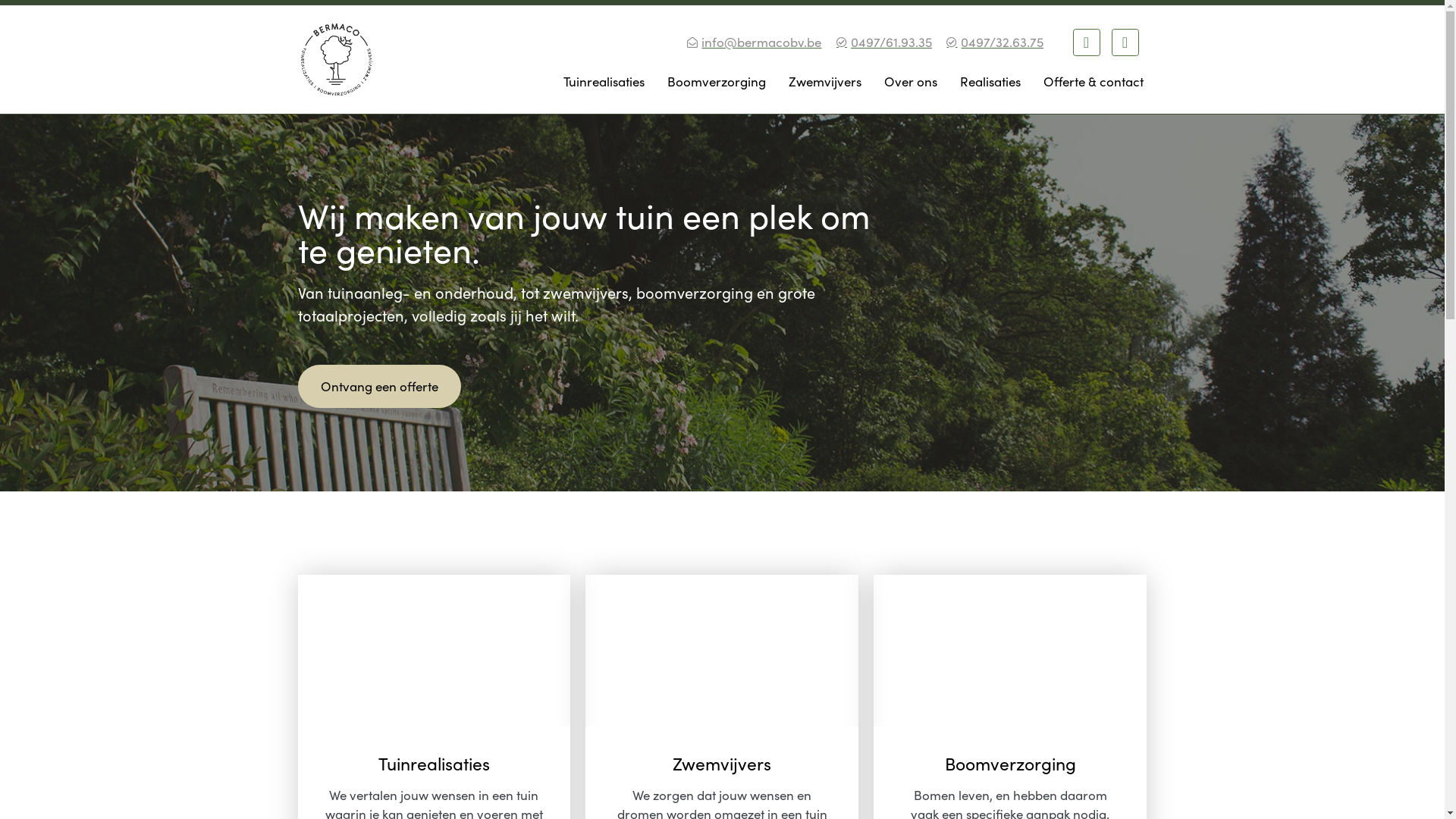 The width and height of the screenshot is (1456, 819). Describe the element at coordinates (910, 81) in the screenshot. I see `'Over ons'` at that location.